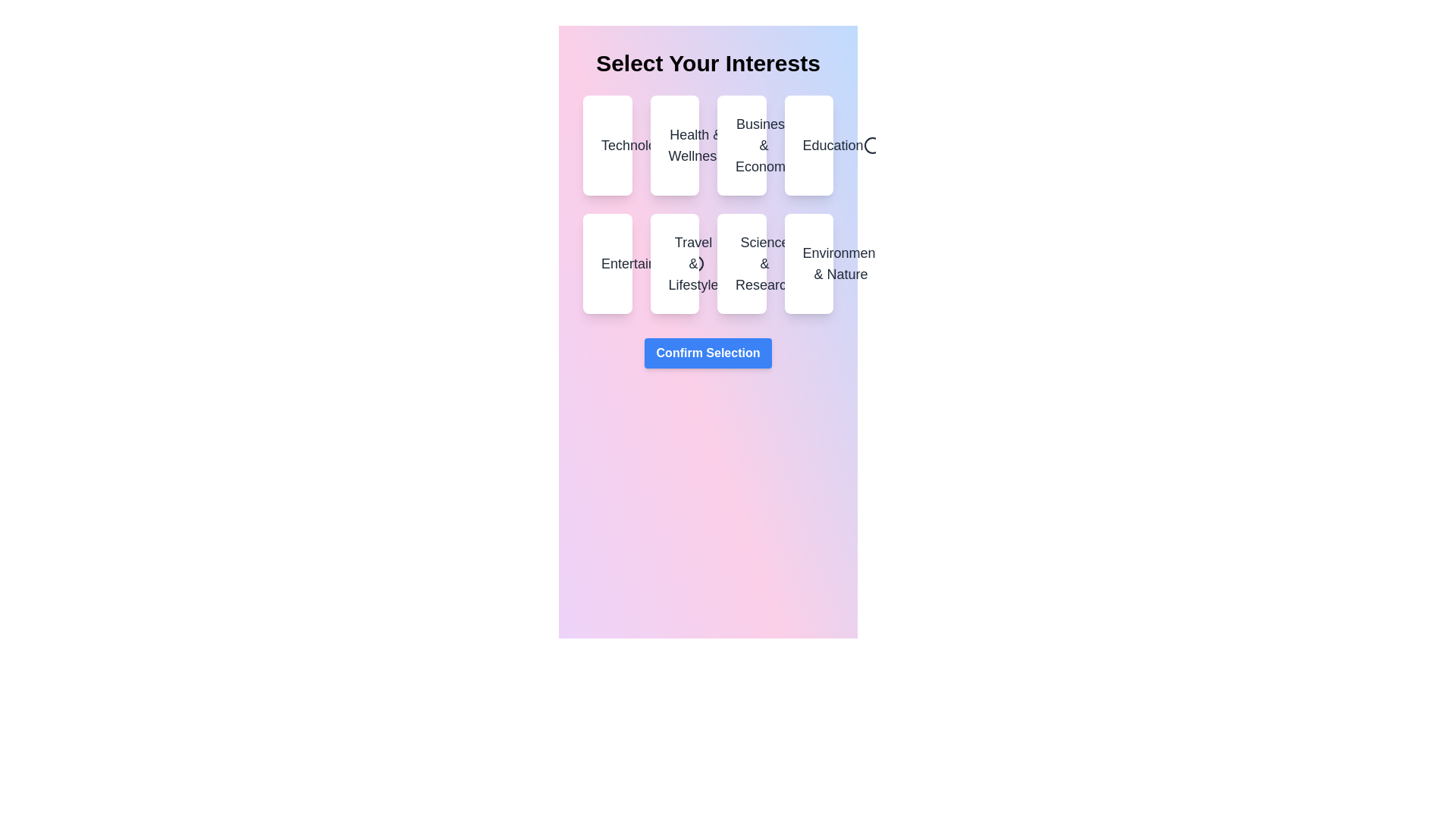 This screenshot has width=1456, height=819. What do you see at coordinates (673, 262) in the screenshot?
I see `the category Travel & Lifestyle by clicking on it` at bounding box center [673, 262].